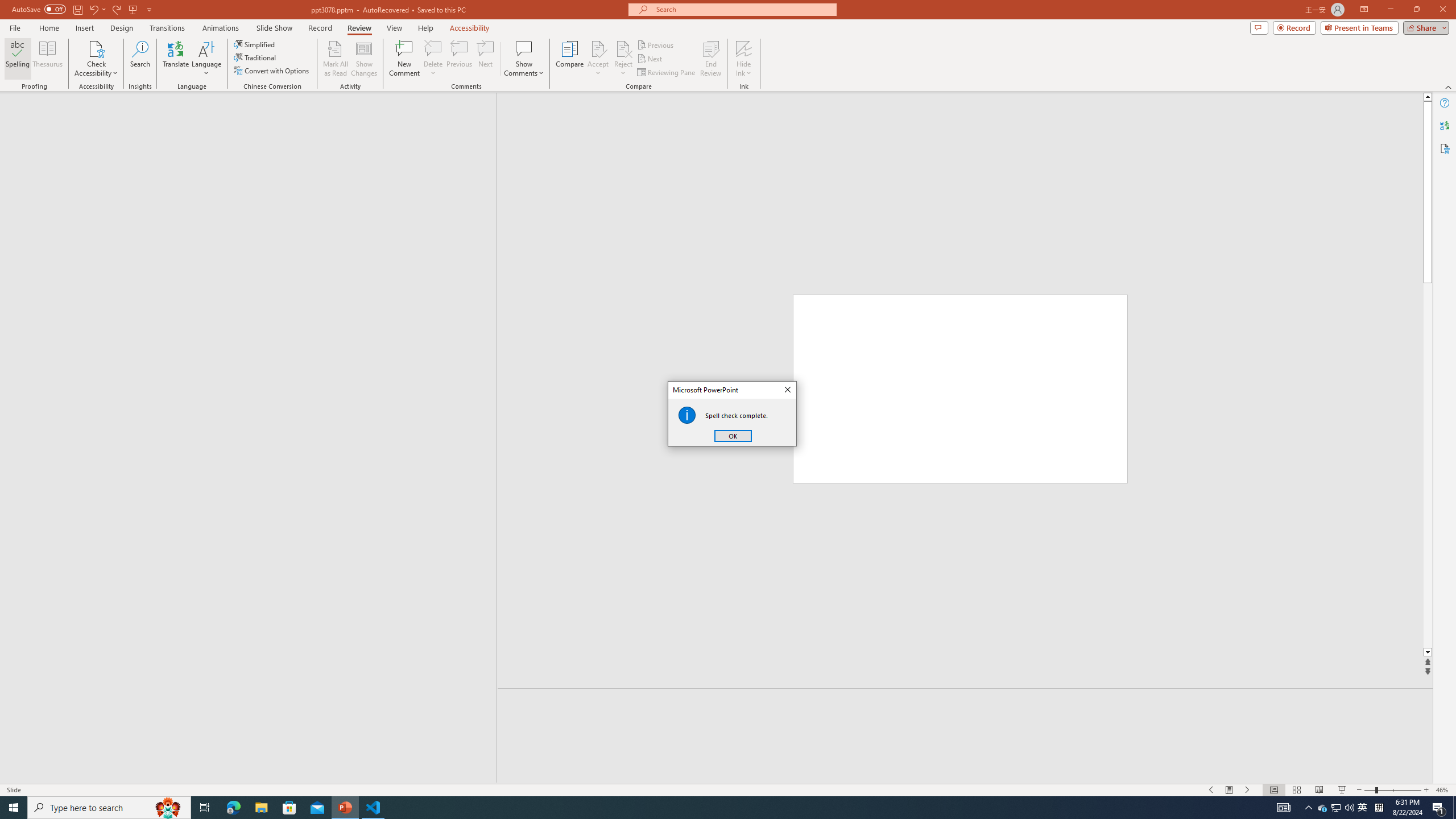 Image resolution: width=1456 pixels, height=819 pixels. What do you see at coordinates (1259, 27) in the screenshot?
I see `'Comments'` at bounding box center [1259, 27].